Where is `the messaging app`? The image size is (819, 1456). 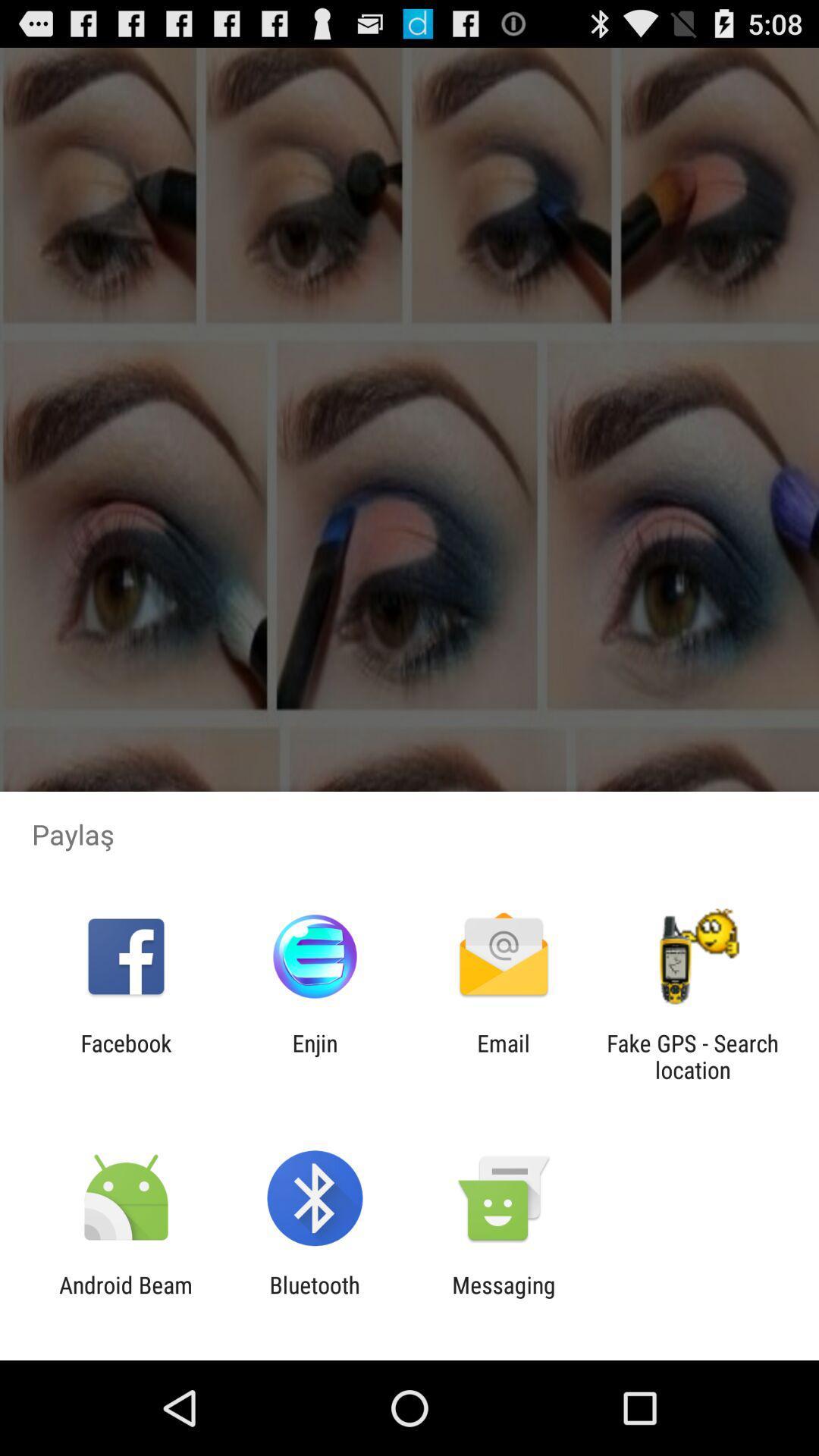 the messaging app is located at coordinates (504, 1298).